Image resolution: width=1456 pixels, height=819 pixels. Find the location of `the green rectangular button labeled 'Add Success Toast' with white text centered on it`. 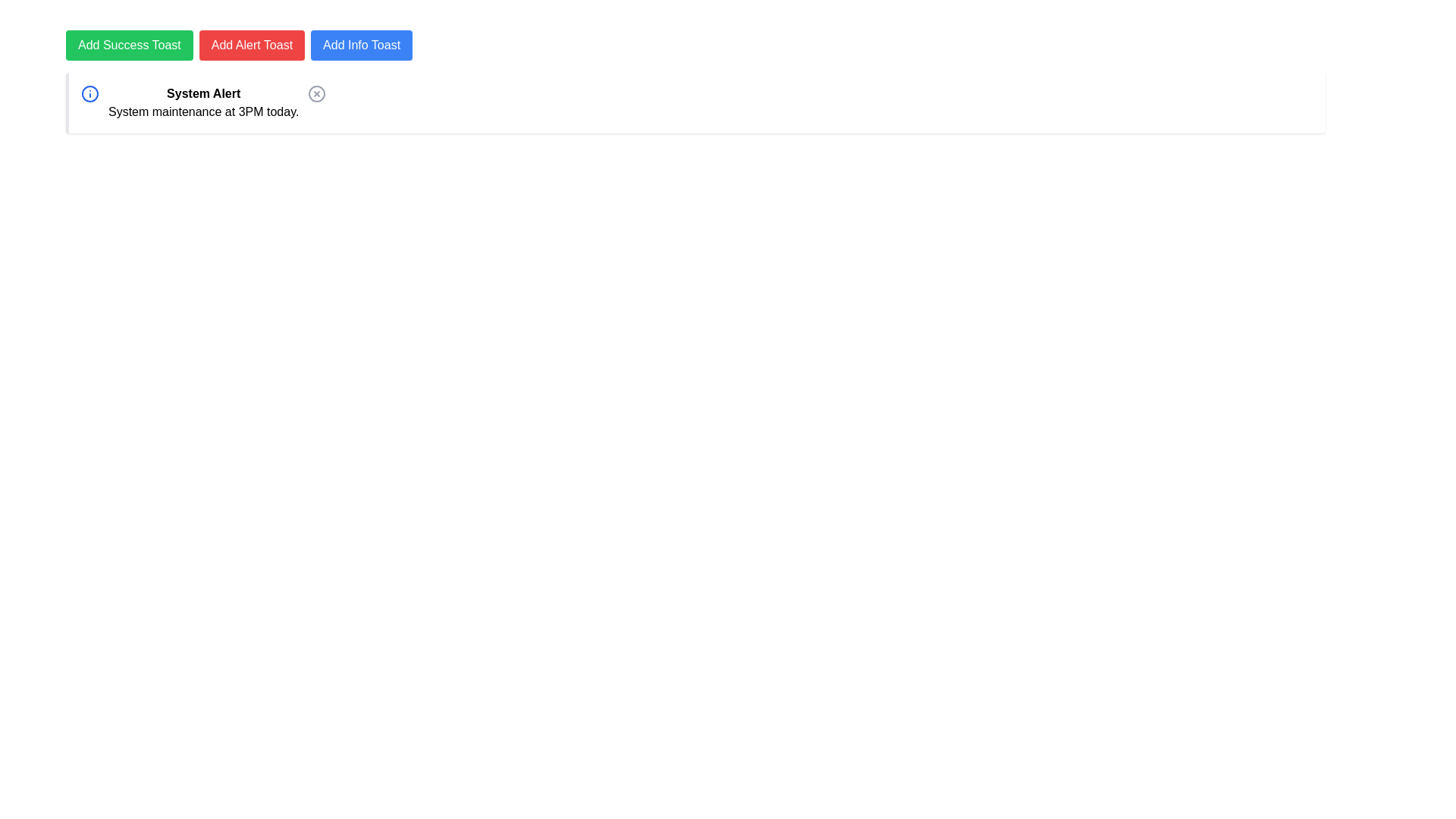

the green rectangular button labeled 'Add Success Toast' with white text centered on it is located at coordinates (129, 45).